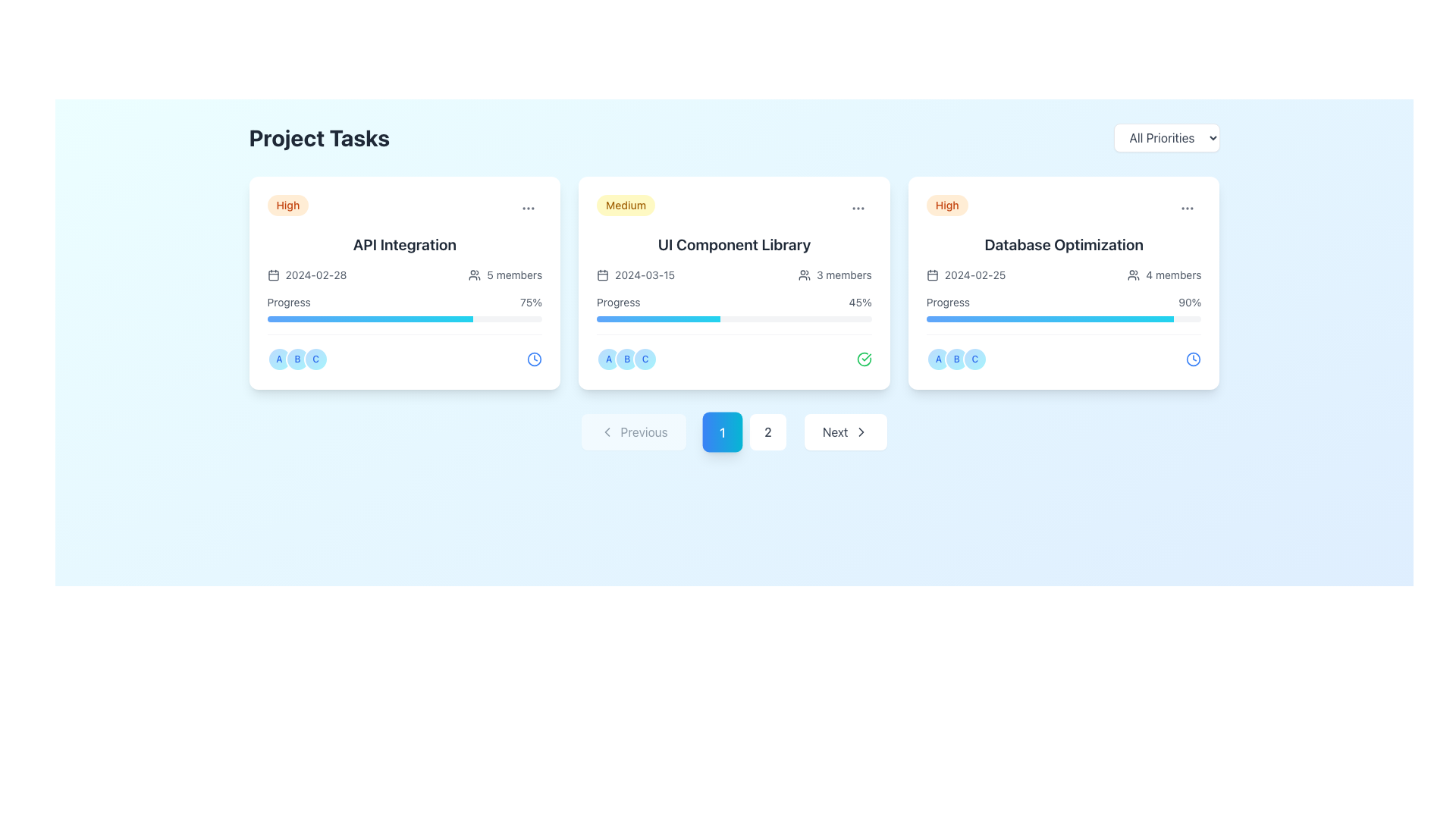 The height and width of the screenshot is (819, 1456). I want to click on the medium priority label located at the top left corner of the second project task card, so click(626, 205).